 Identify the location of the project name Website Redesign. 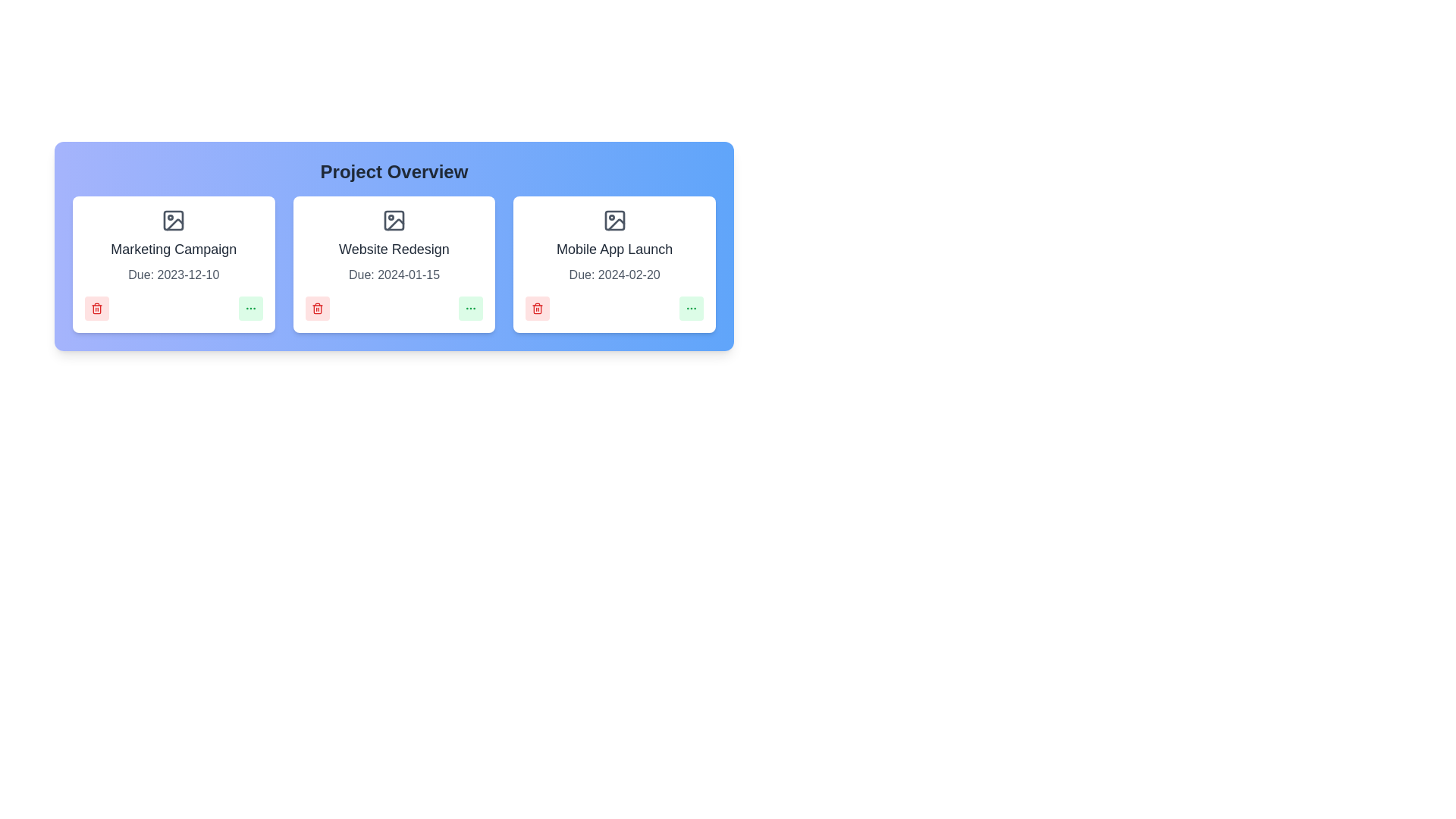
(394, 248).